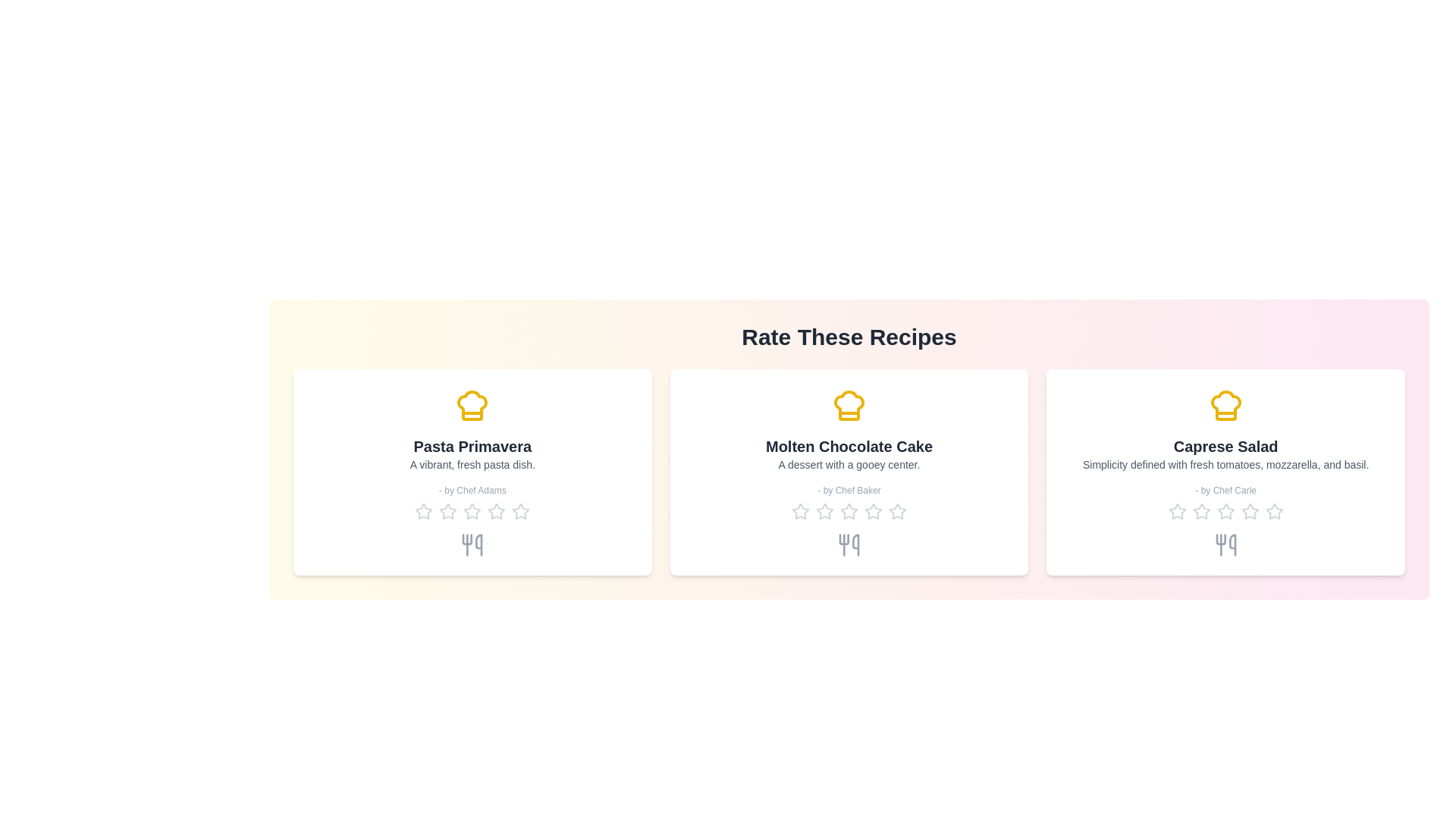  Describe the element at coordinates (472, 446) in the screenshot. I see `the card containing the recipe title` at that location.